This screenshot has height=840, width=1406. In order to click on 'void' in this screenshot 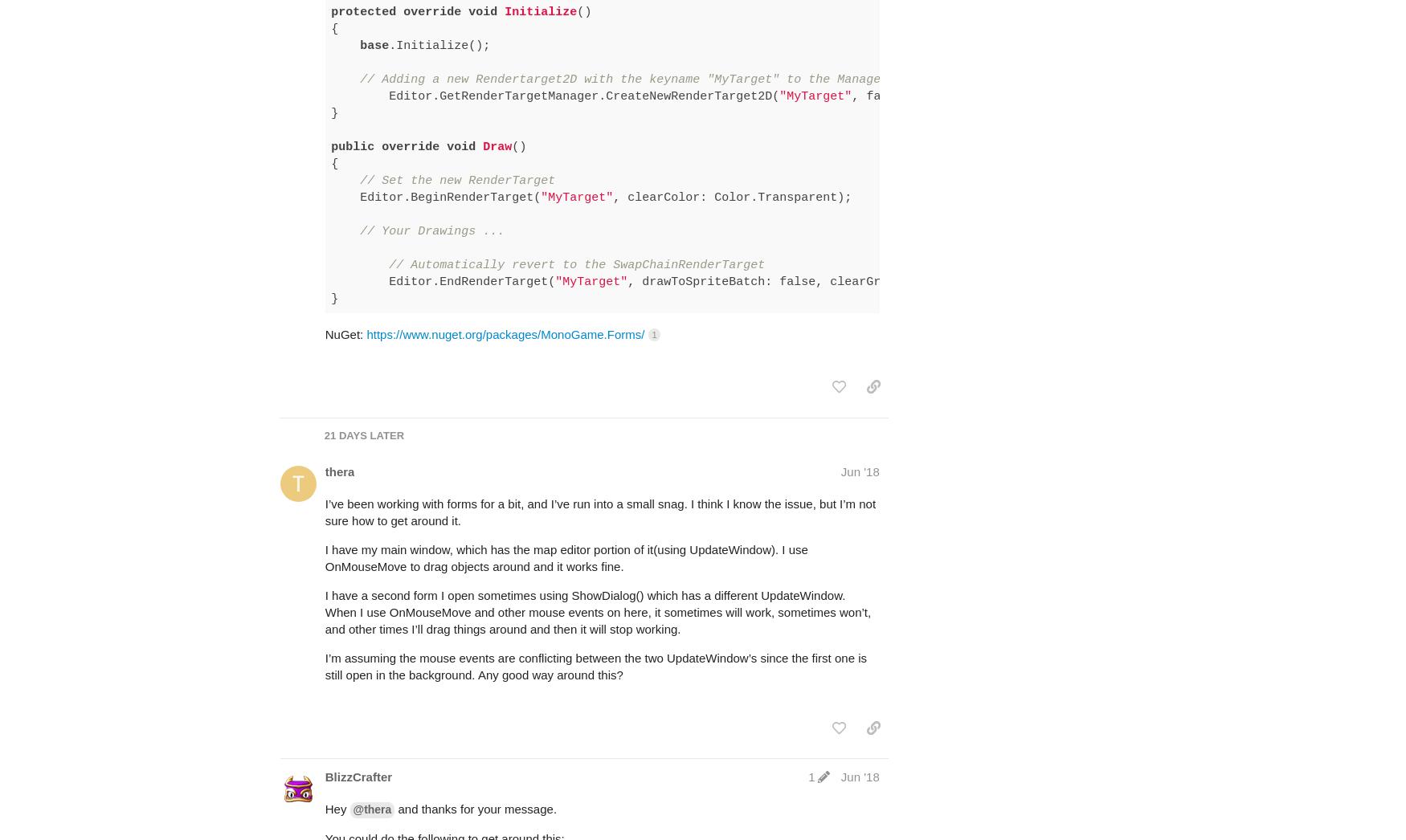, I will do `click(461, 84)`.